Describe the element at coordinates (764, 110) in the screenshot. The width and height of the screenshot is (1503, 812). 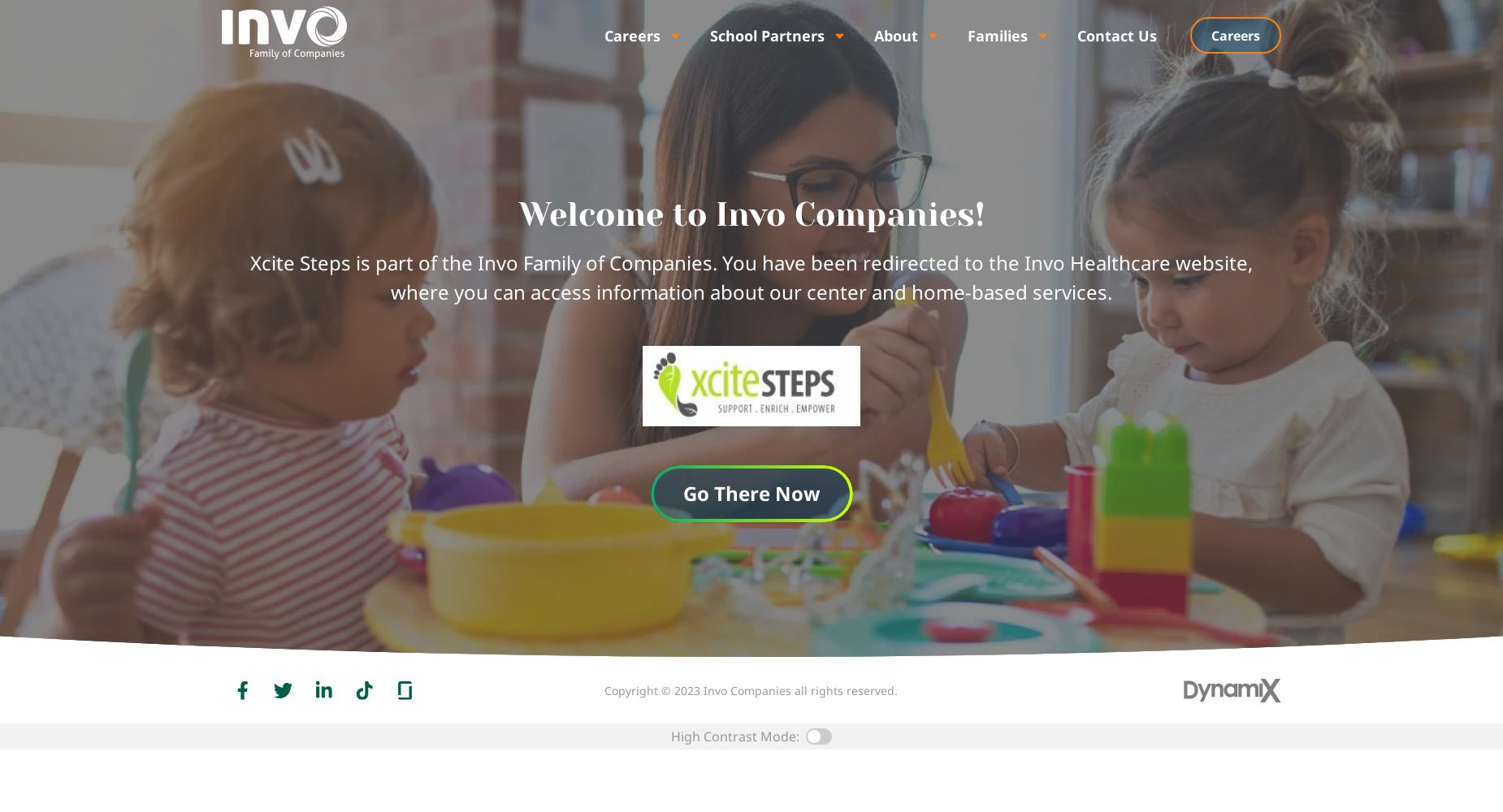
I see `'Related Services'` at that location.